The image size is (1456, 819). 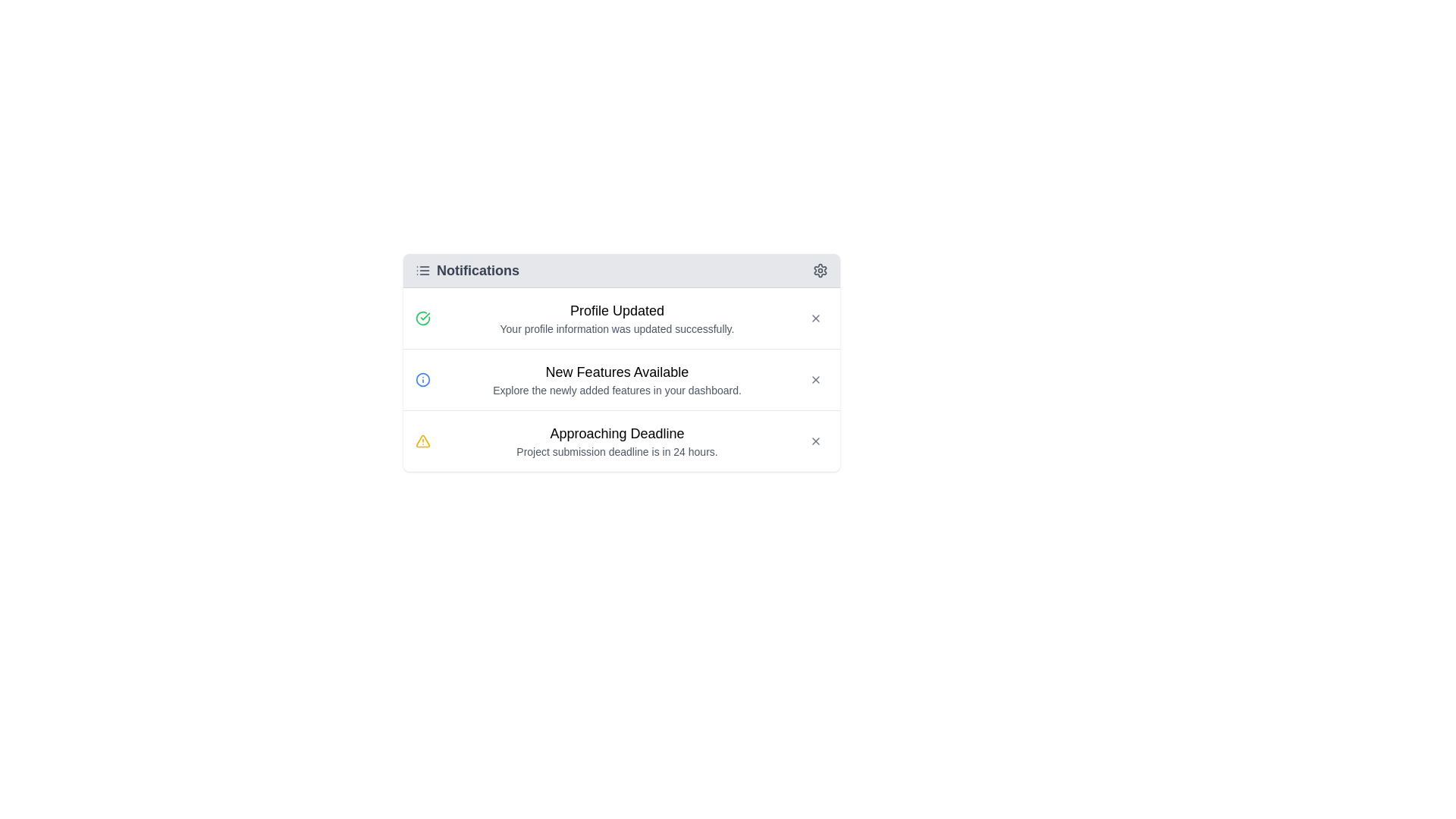 What do you see at coordinates (814, 318) in the screenshot?
I see `the circular close button with an 'X' icon located in the upper right corner of the notification block adjacent to the text 'Profile Updated' for visual feedback` at bounding box center [814, 318].